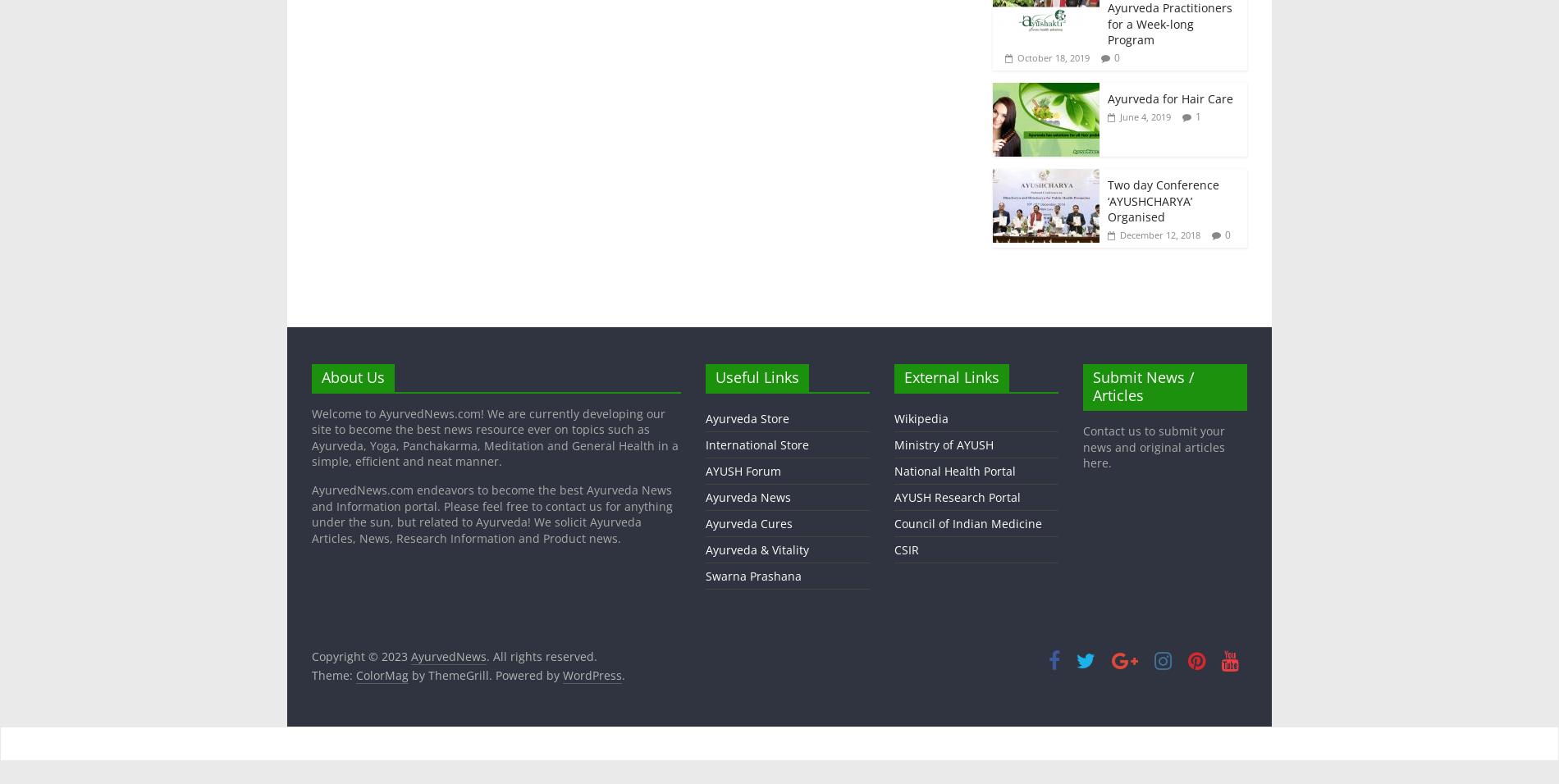  Describe the element at coordinates (957, 496) in the screenshot. I see `'AYUSH Research Portal'` at that location.